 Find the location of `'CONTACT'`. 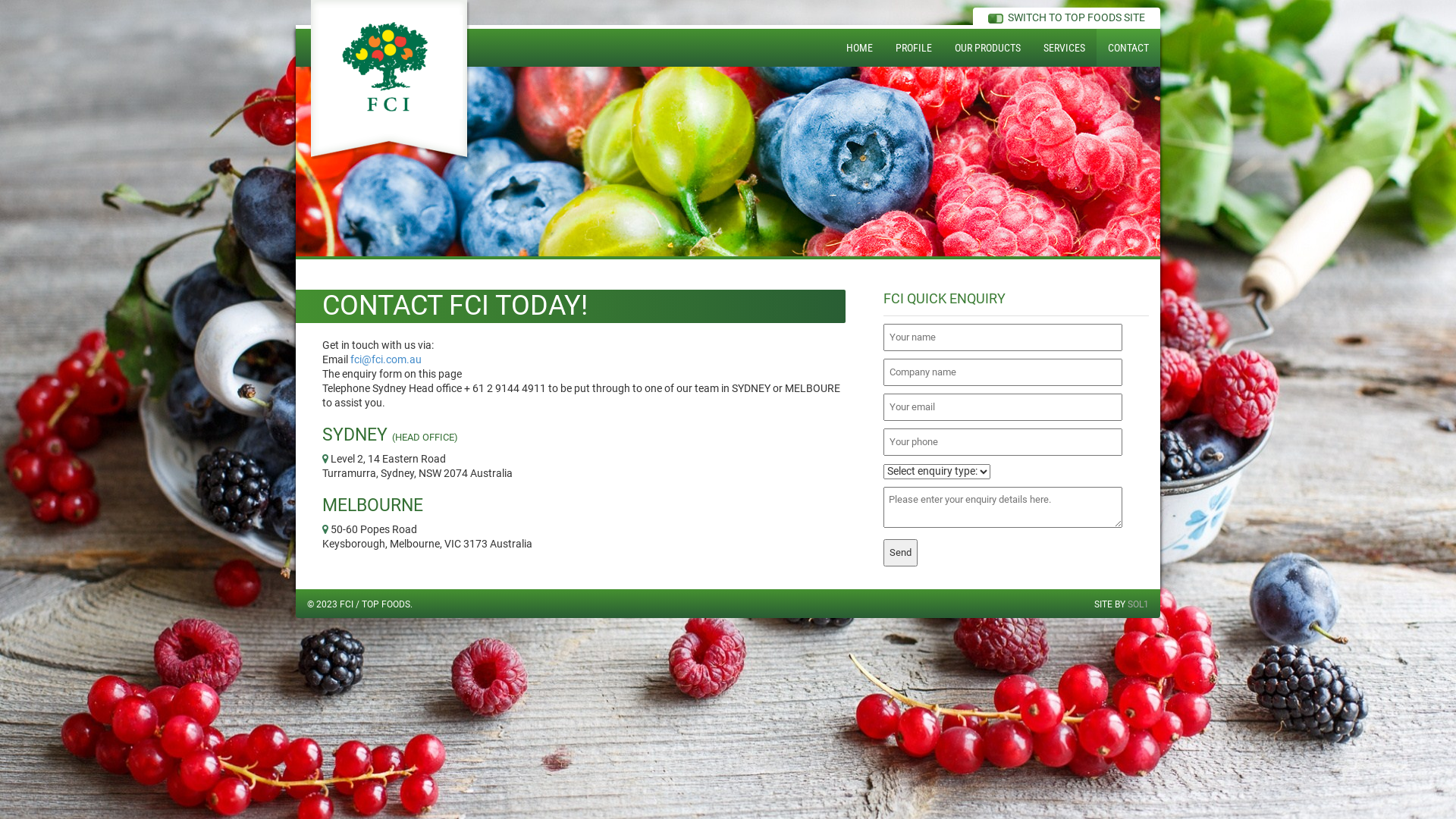

'CONTACT' is located at coordinates (1096, 46).